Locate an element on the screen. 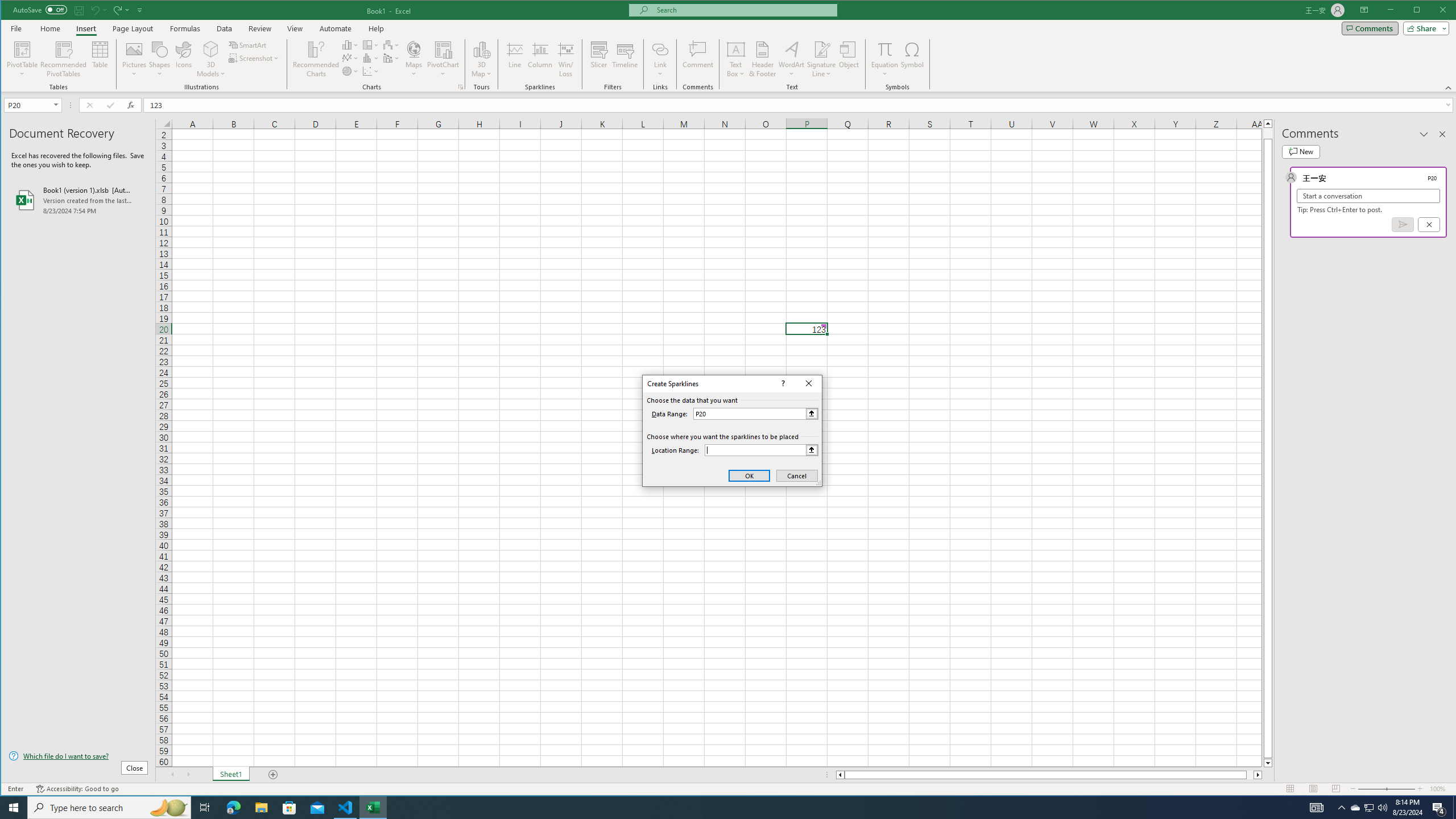  'Notification Chevron' is located at coordinates (1342, 806).